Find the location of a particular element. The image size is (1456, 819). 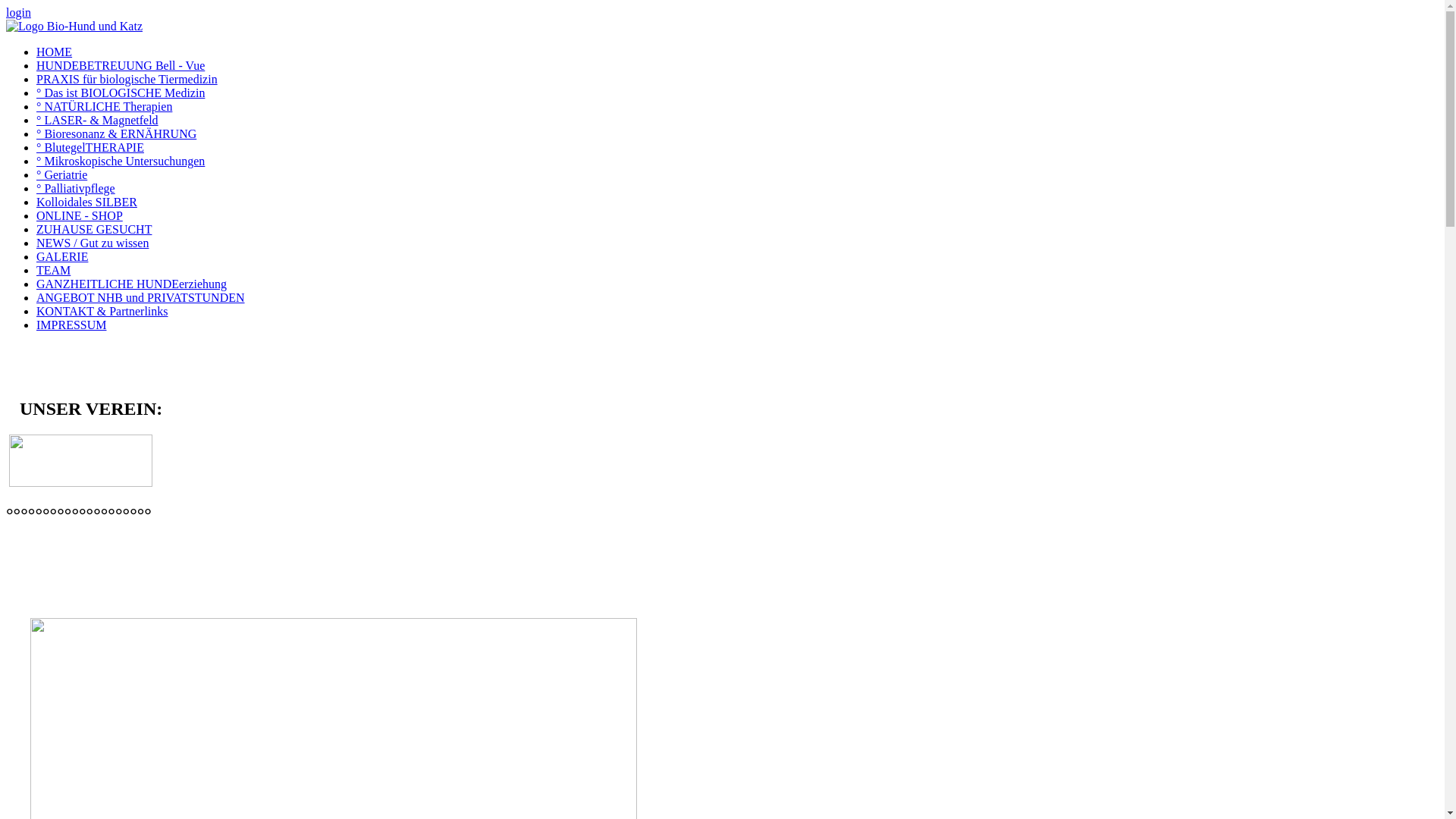

'KONTAKT & Partnerlinks' is located at coordinates (101, 310).